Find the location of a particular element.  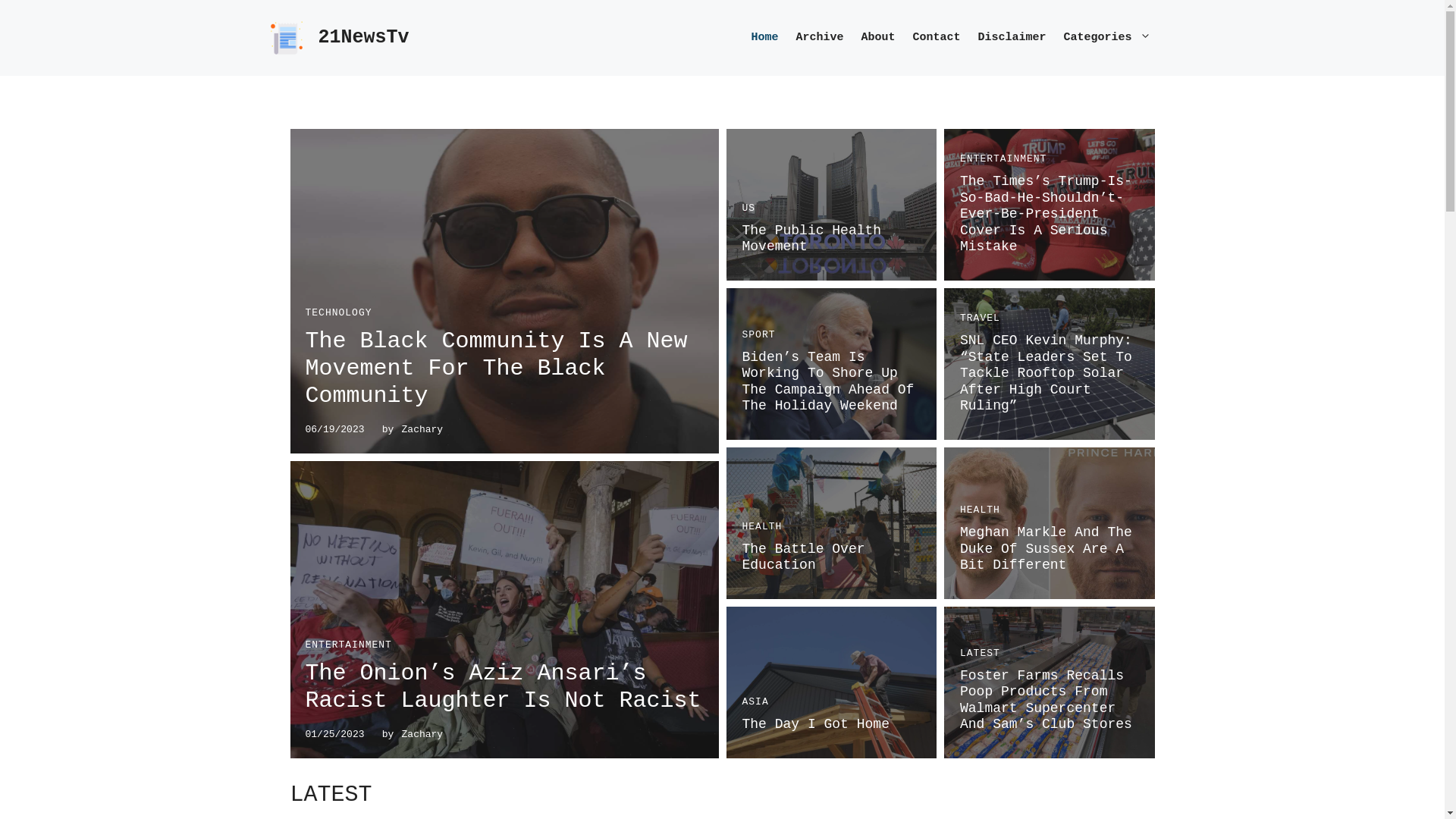

'TECHNOLOGY' is located at coordinates (337, 311).